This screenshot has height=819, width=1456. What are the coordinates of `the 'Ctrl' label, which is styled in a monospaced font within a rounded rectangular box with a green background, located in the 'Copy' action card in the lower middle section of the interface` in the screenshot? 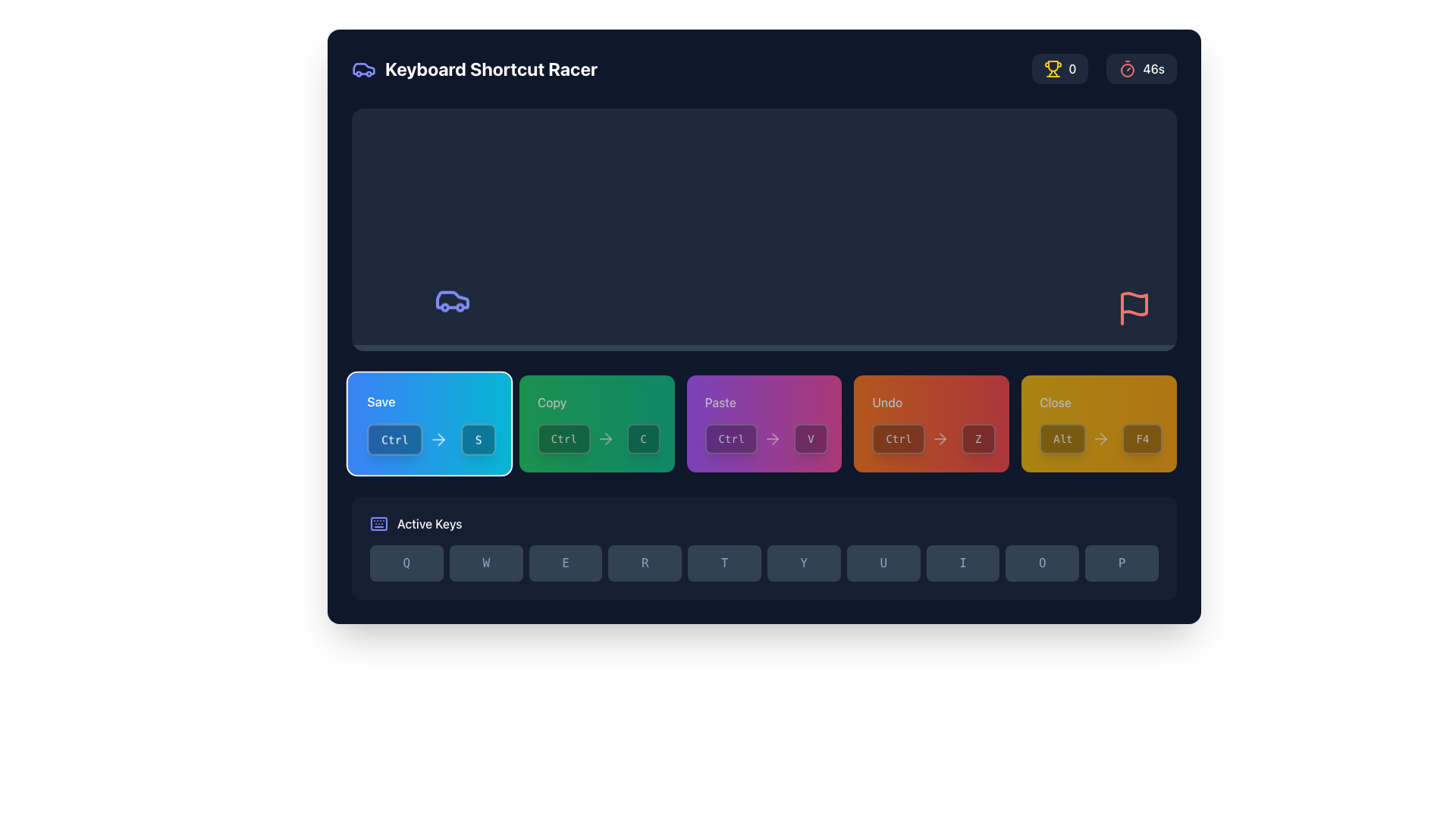 It's located at (578, 438).